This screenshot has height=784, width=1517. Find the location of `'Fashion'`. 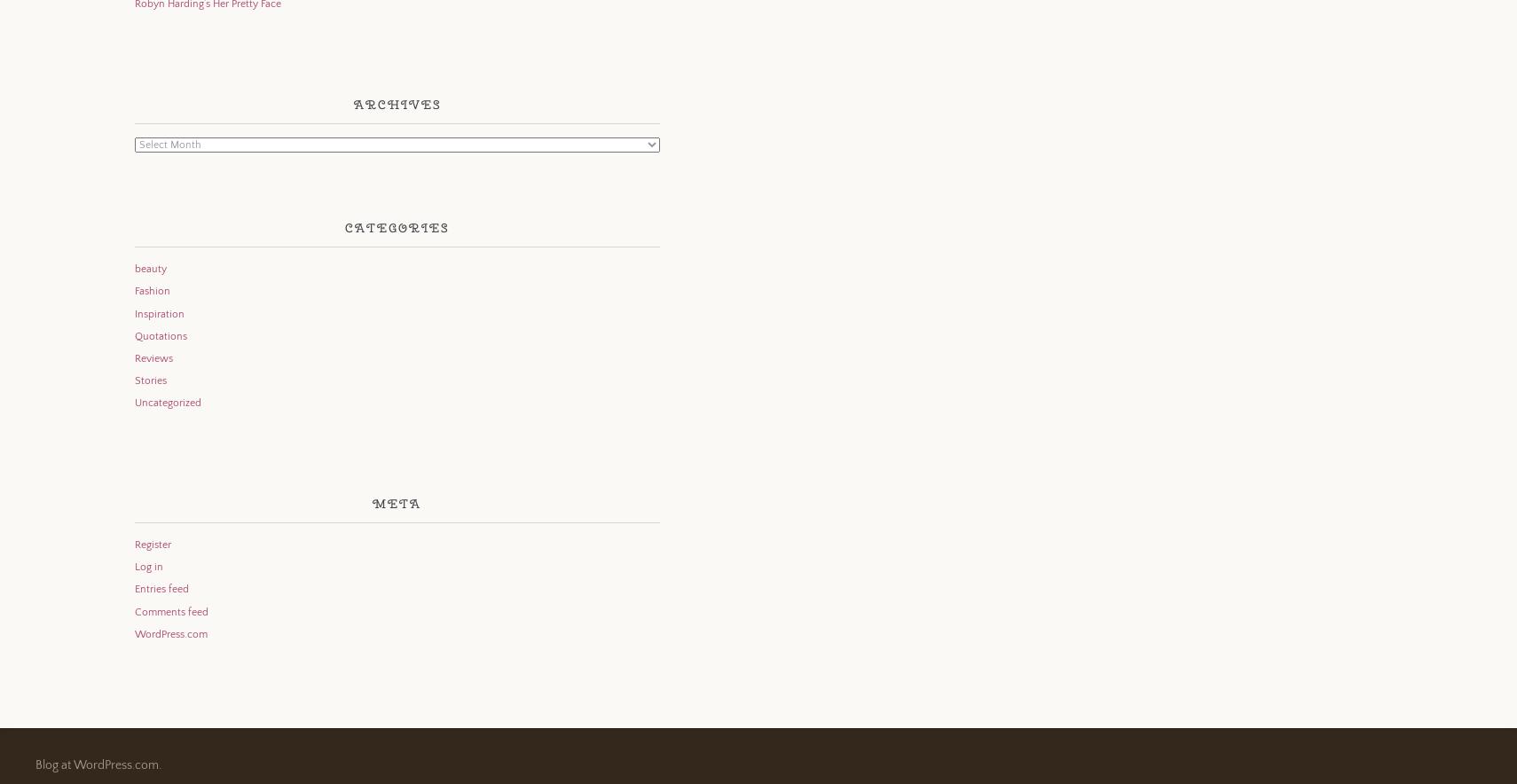

'Fashion' is located at coordinates (132, 291).